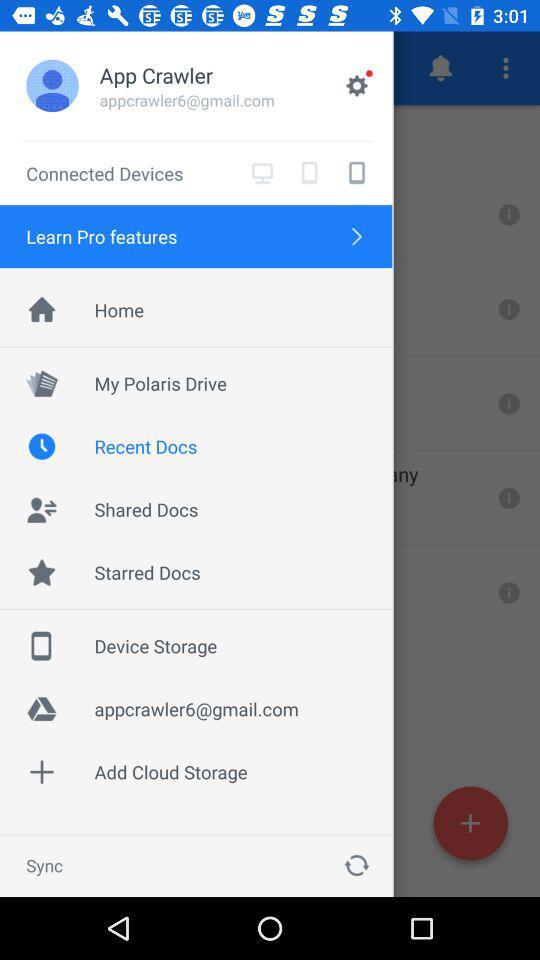 Image resolution: width=540 pixels, height=960 pixels. What do you see at coordinates (470, 827) in the screenshot?
I see `the add icon` at bounding box center [470, 827].